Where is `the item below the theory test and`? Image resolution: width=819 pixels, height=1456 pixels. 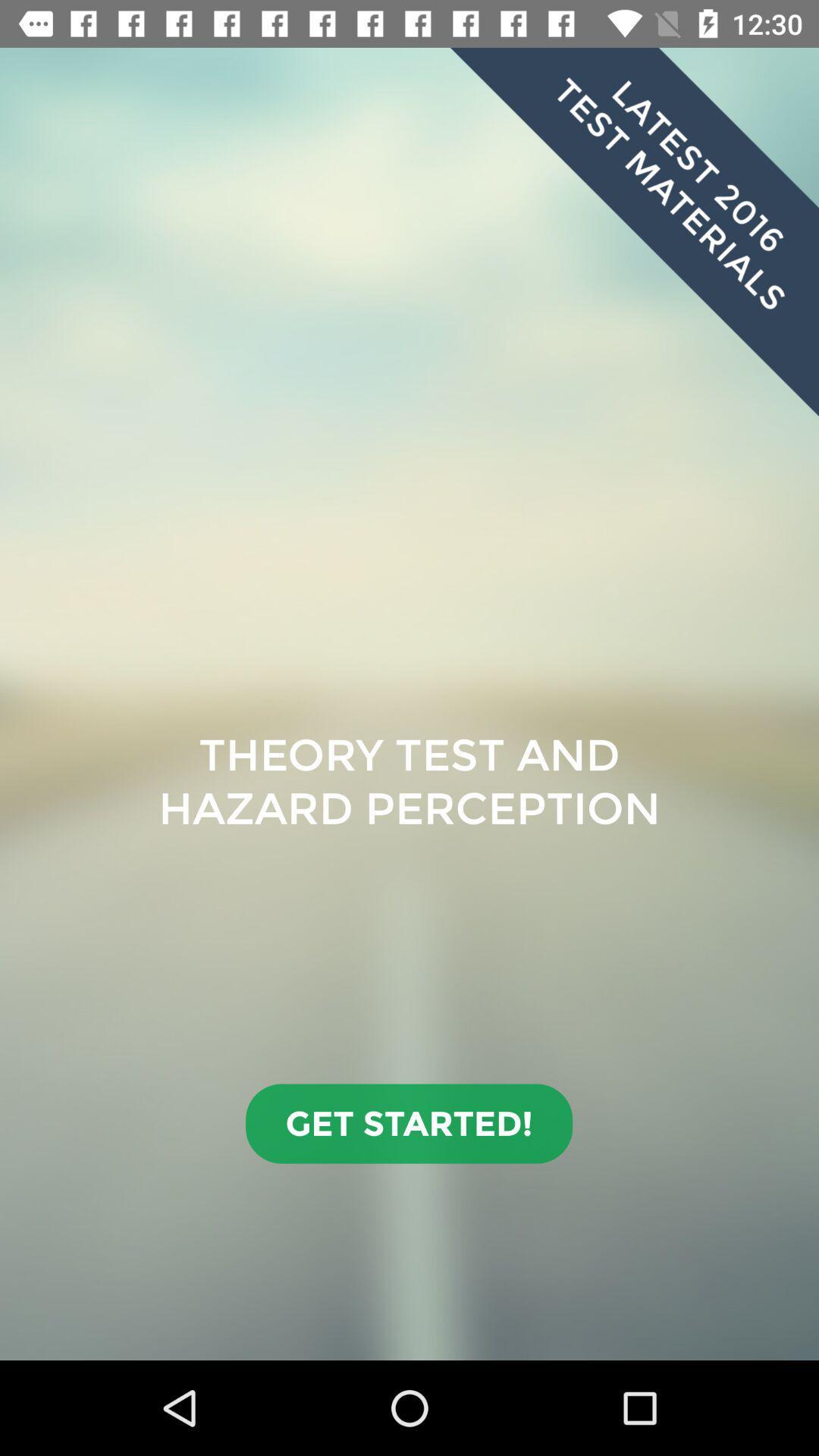 the item below the theory test and is located at coordinates (408, 1124).